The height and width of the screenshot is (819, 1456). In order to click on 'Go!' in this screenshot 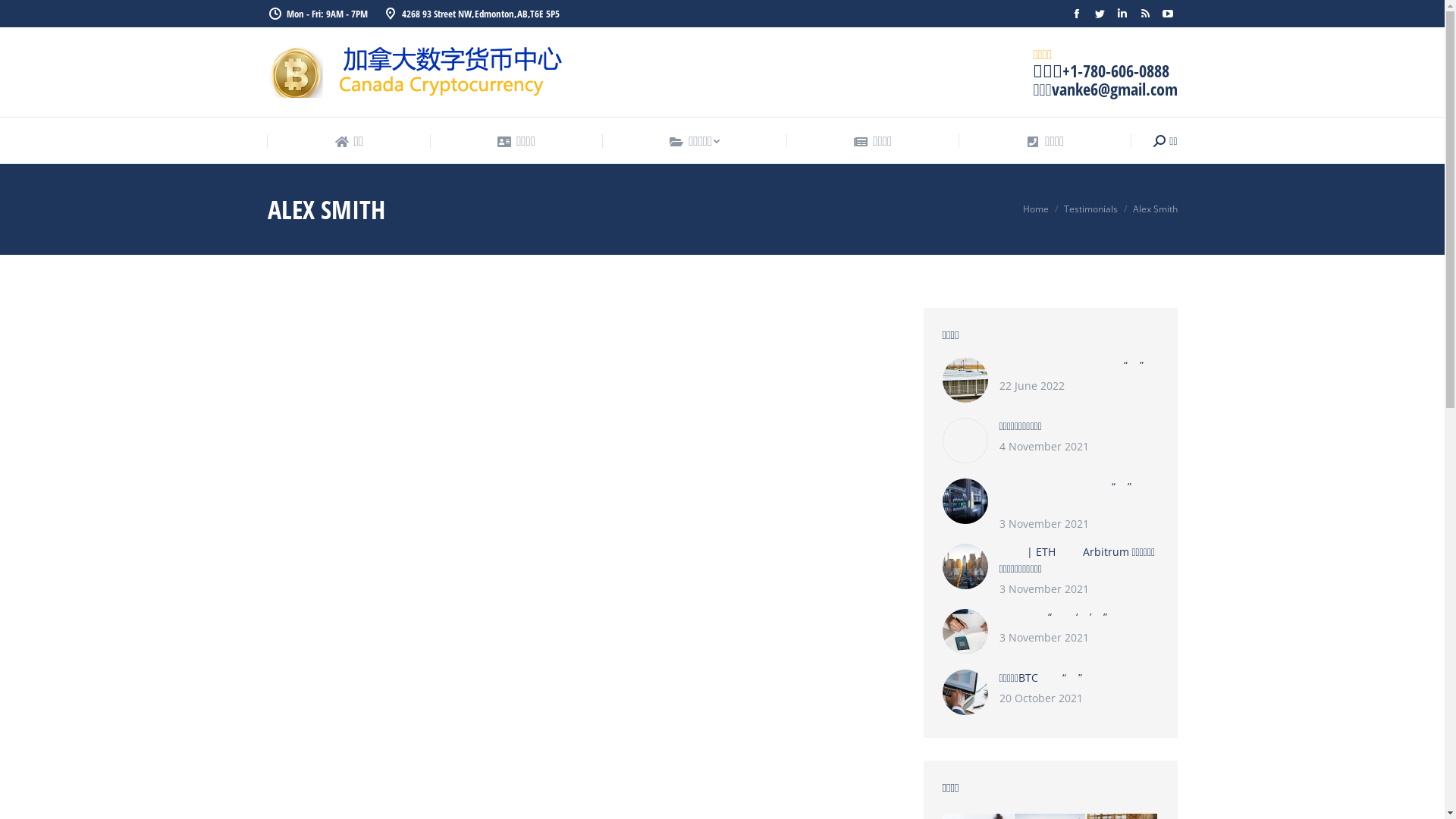, I will do `click(23, 15)`.